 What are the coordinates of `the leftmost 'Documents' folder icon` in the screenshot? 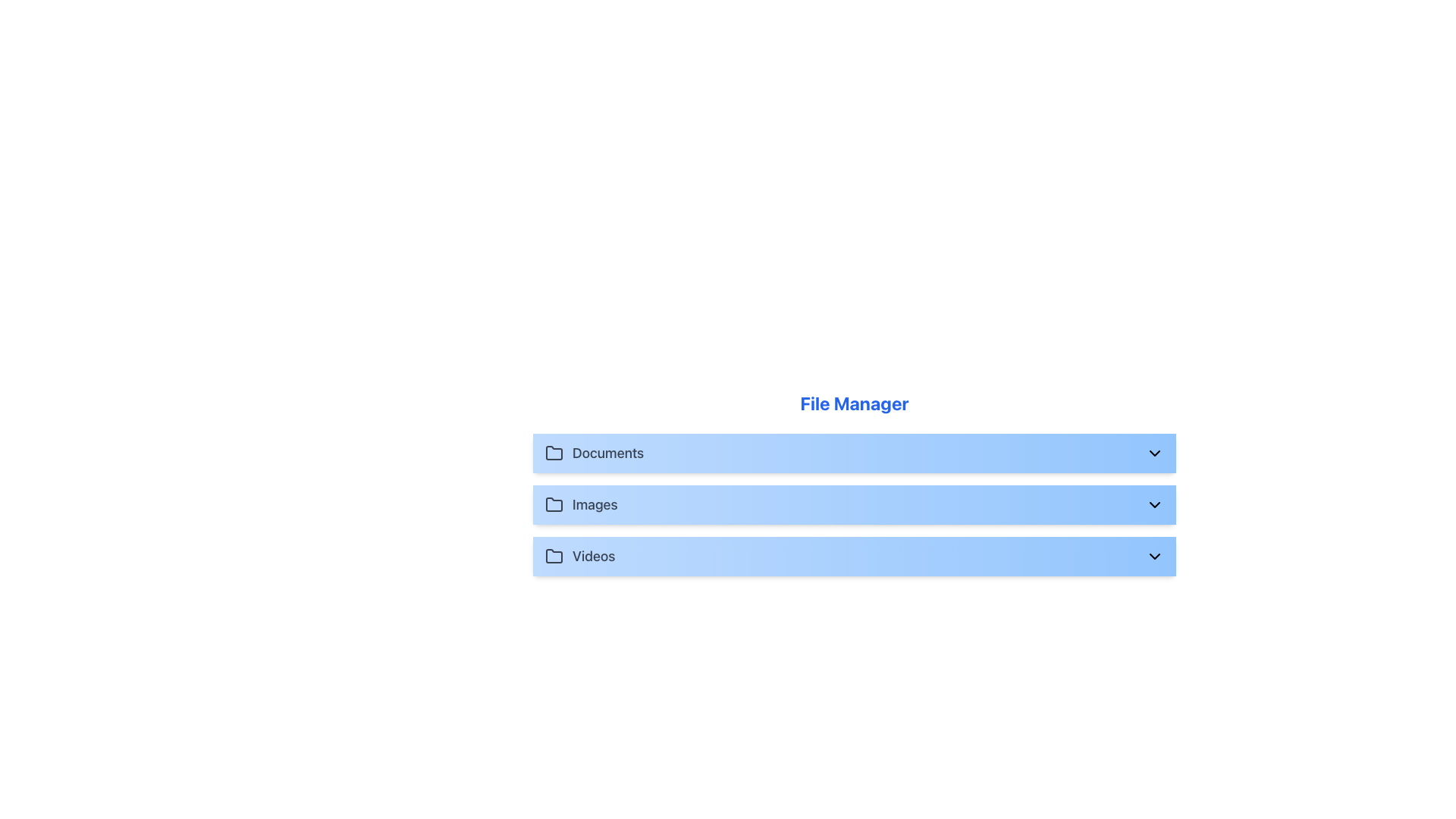 It's located at (553, 452).